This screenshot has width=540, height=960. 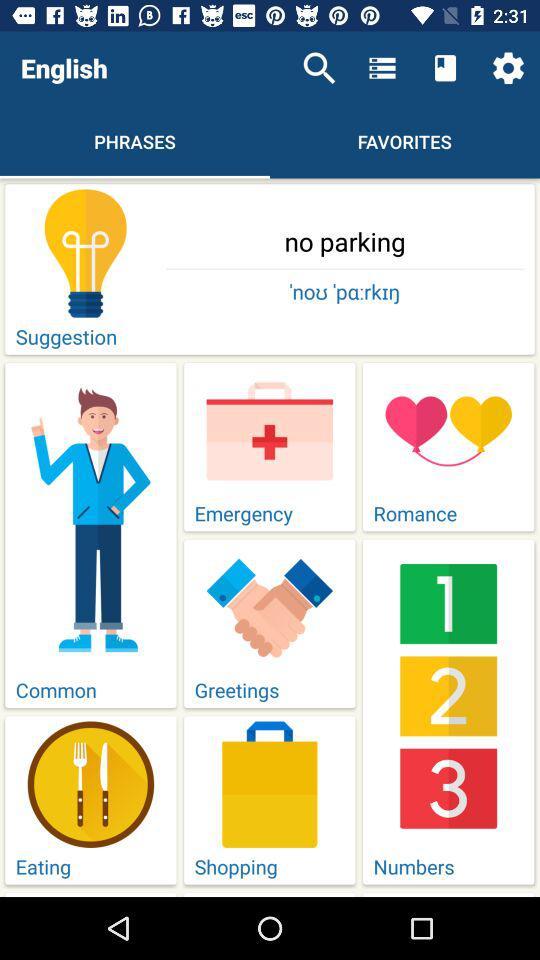 What do you see at coordinates (382, 68) in the screenshot?
I see `icon above favorites` at bounding box center [382, 68].